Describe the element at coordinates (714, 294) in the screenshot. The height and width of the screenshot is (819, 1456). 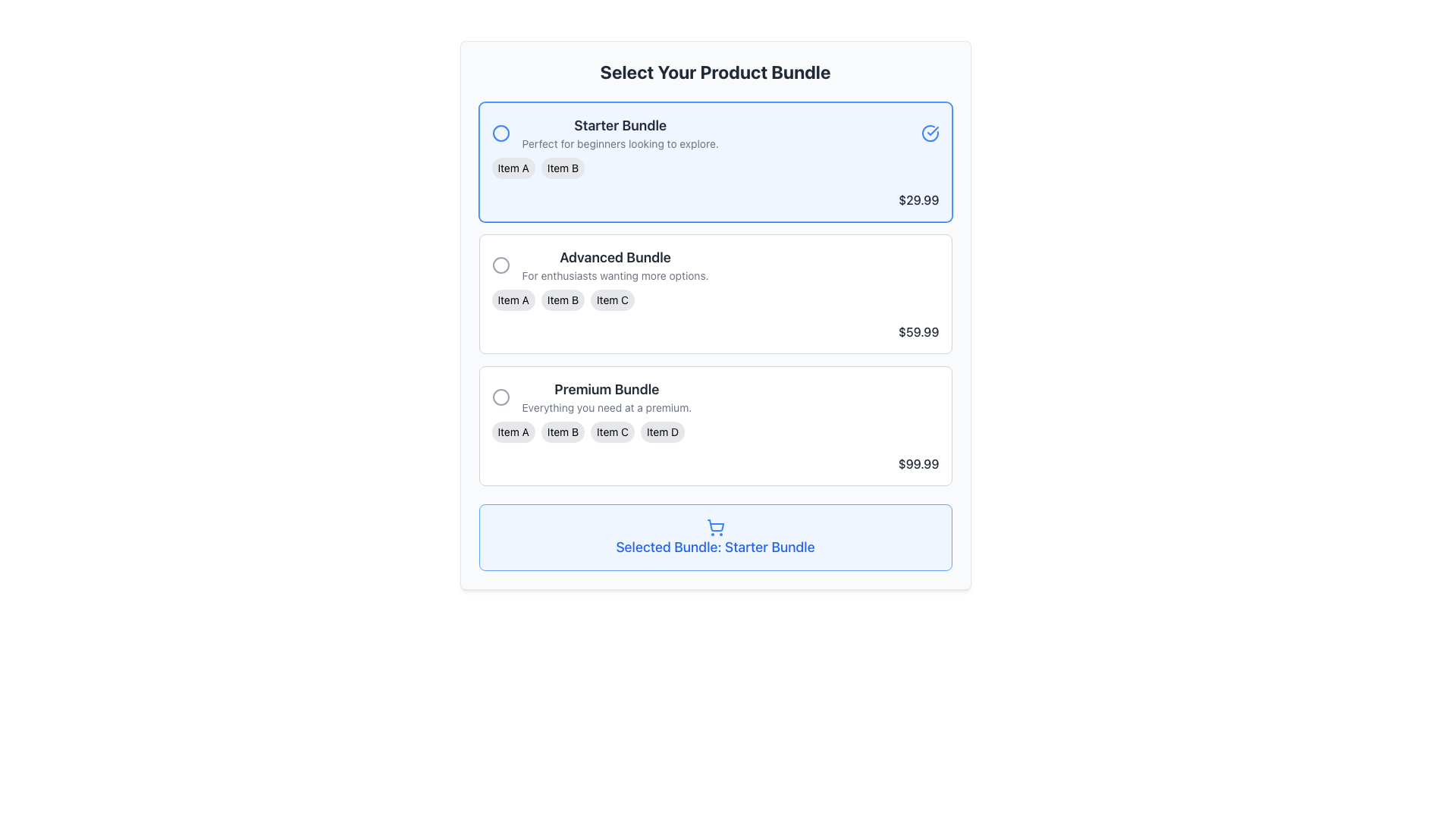
I see `the 'Advanced Bundle' selection card` at that location.